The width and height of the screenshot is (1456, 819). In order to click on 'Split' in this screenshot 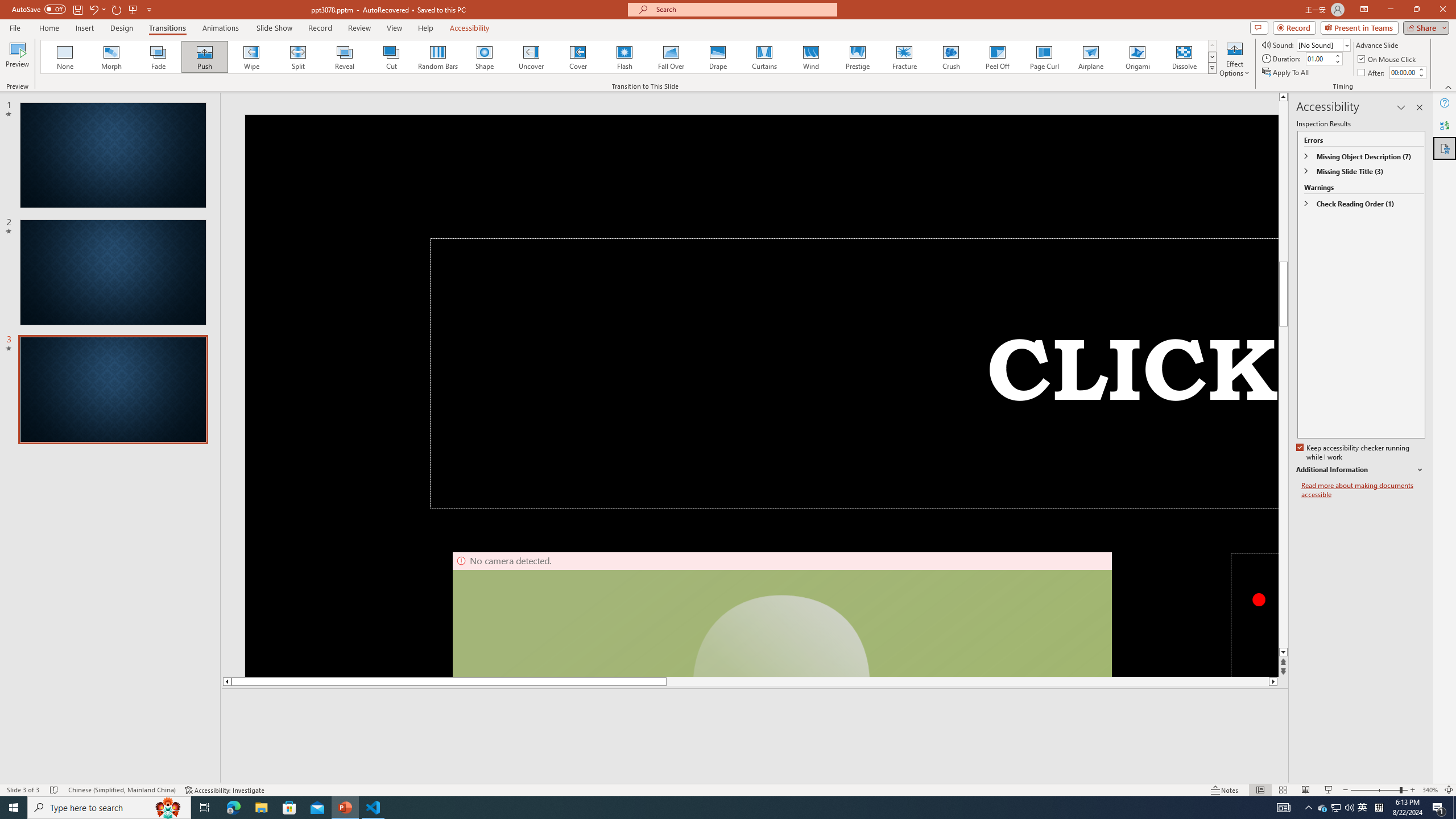, I will do `click(297, 56)`.